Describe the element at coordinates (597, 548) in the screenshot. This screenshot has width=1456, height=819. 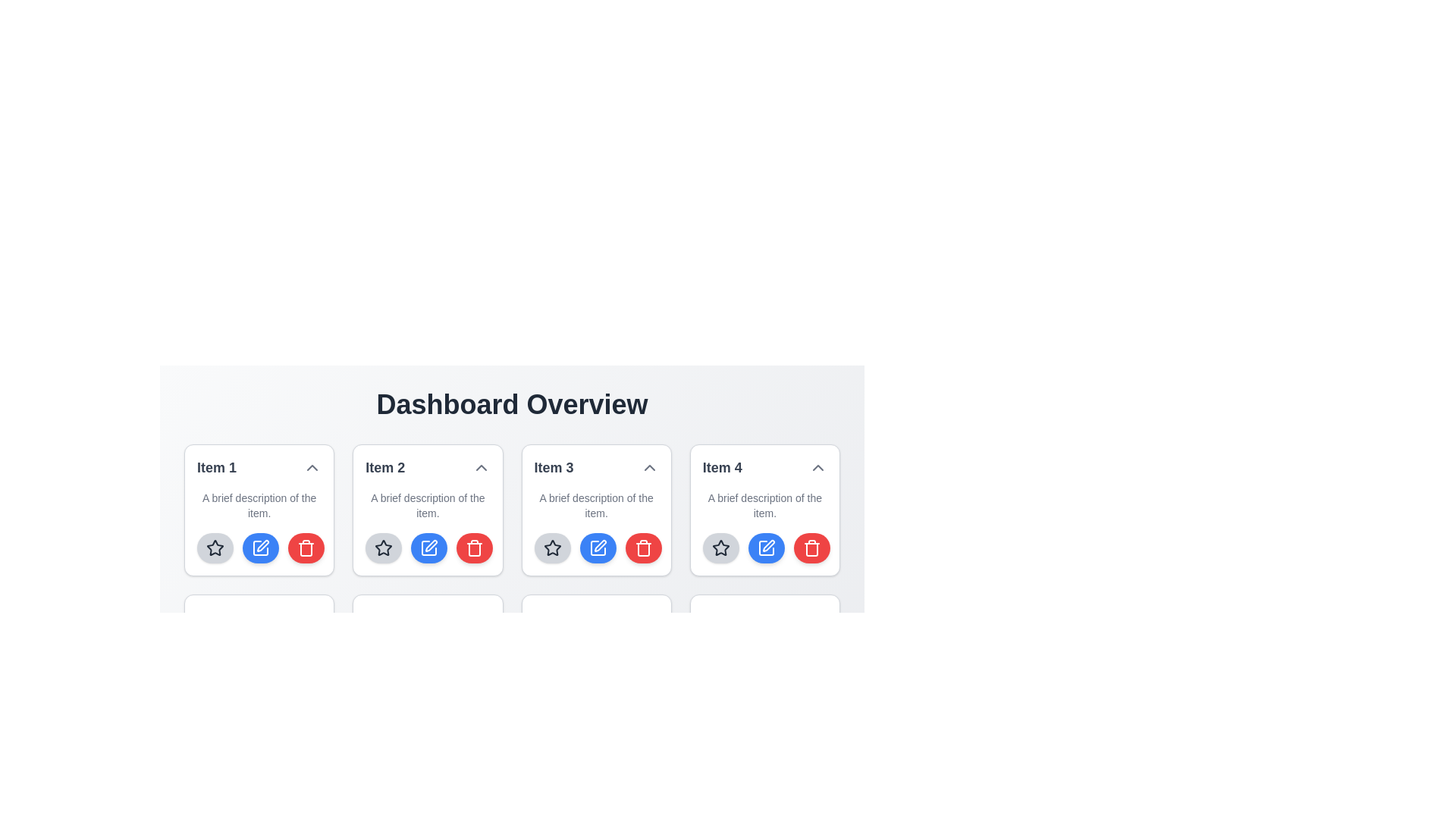
I see `the blue circular button with a white pen icon in the center located in the third item's control section of the dashboard overview` at that location.